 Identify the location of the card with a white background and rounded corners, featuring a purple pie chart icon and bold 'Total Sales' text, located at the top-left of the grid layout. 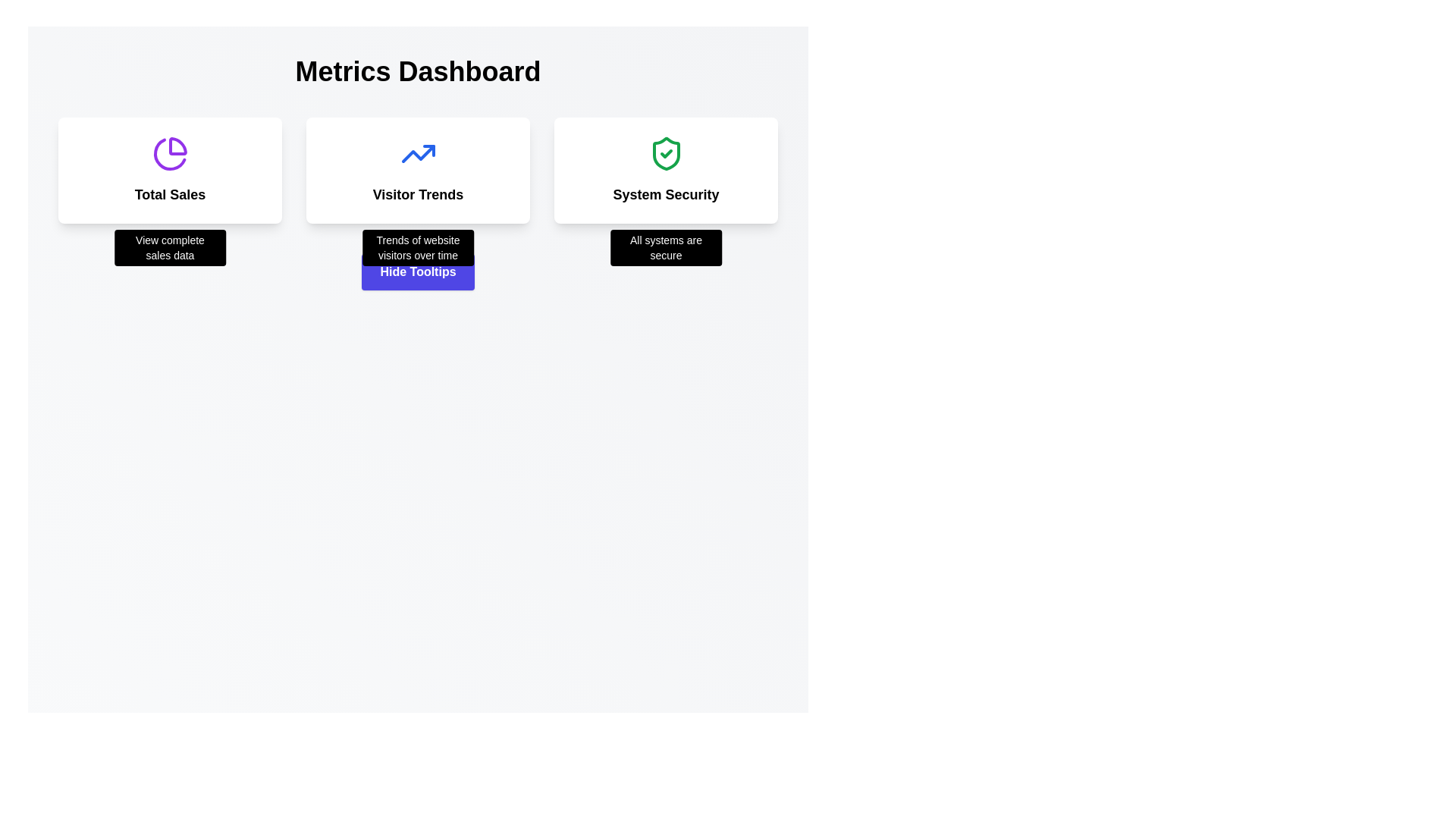
(170, 170).